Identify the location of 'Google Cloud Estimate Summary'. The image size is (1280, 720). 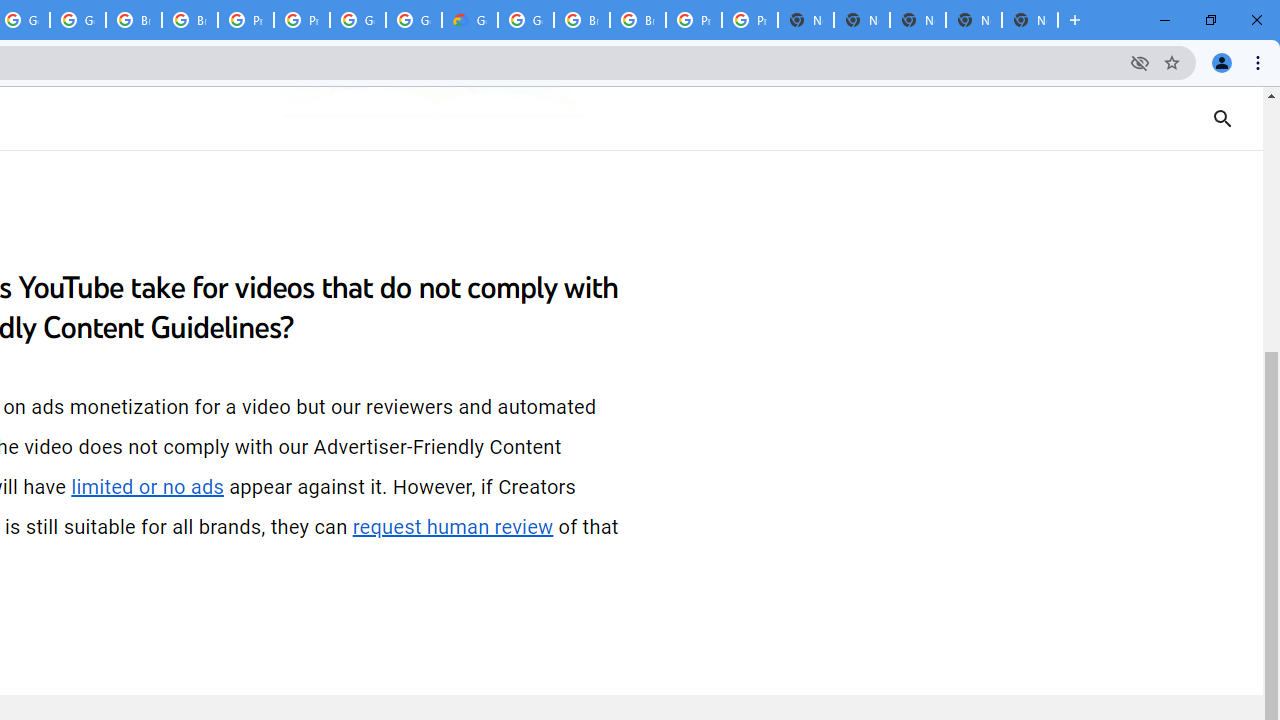
(468, 20).